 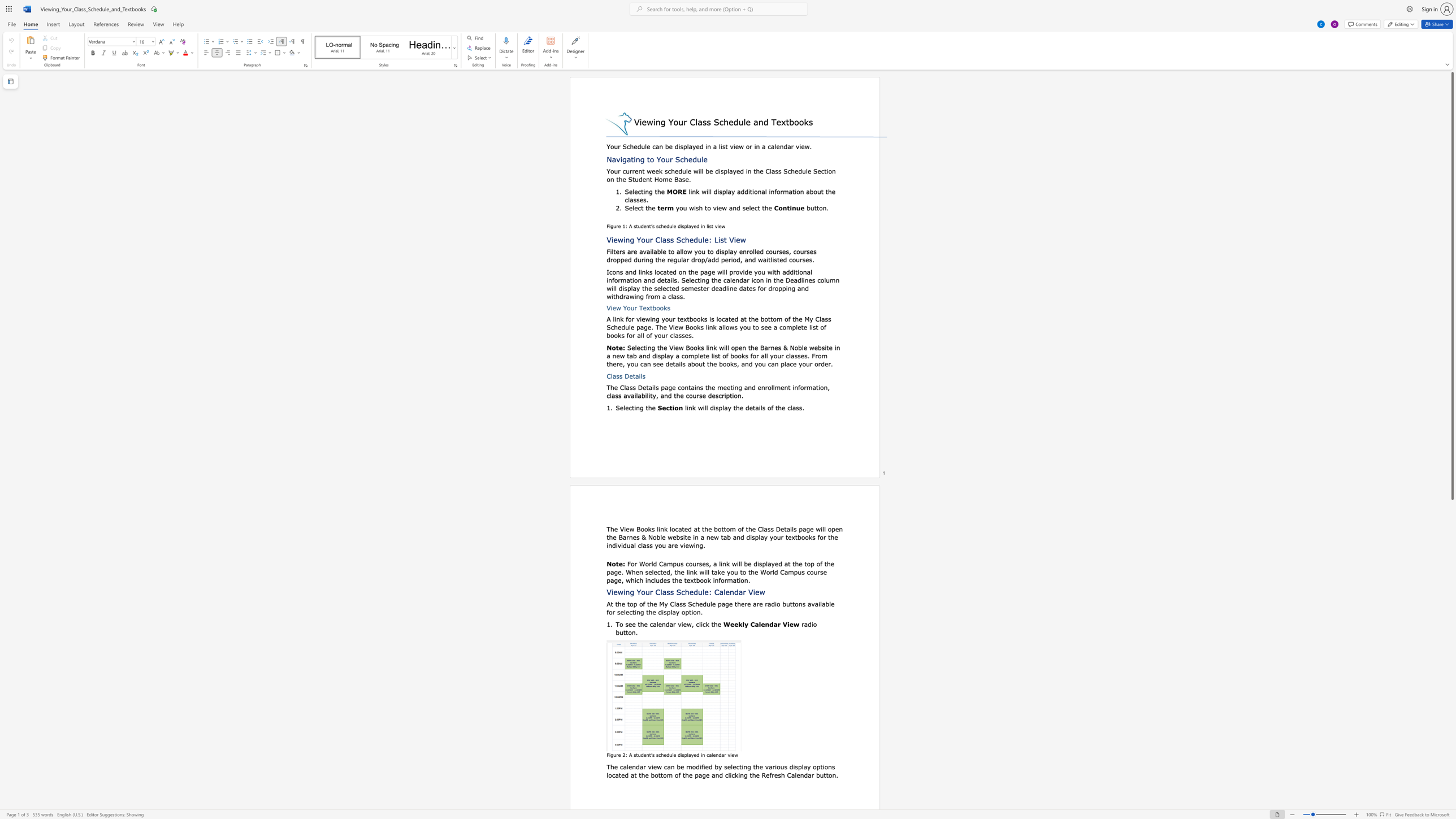 I want to click on the scrollbar to adjust the page downward, so click(x=1451, y=666).